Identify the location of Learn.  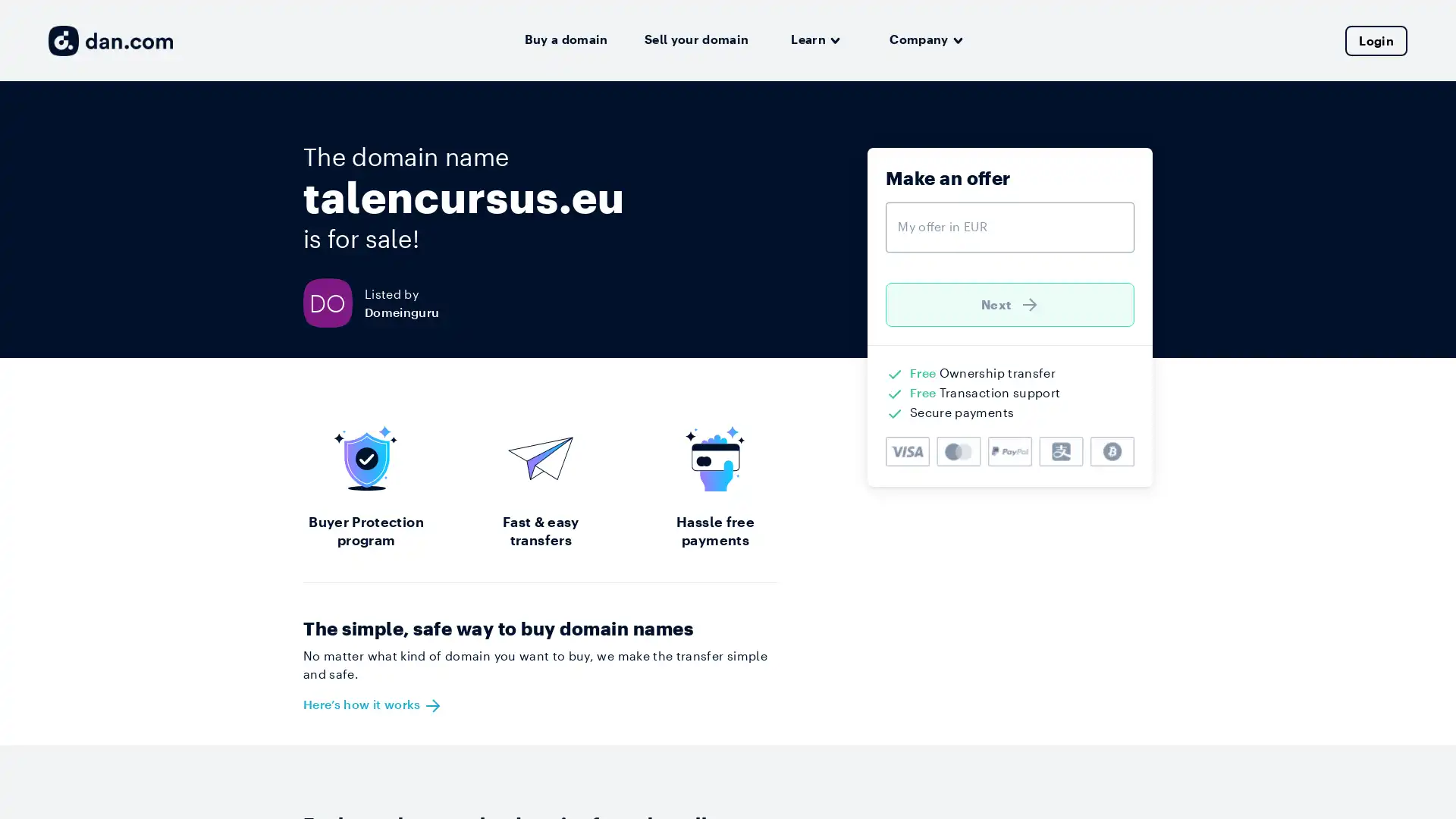
(814, 39).